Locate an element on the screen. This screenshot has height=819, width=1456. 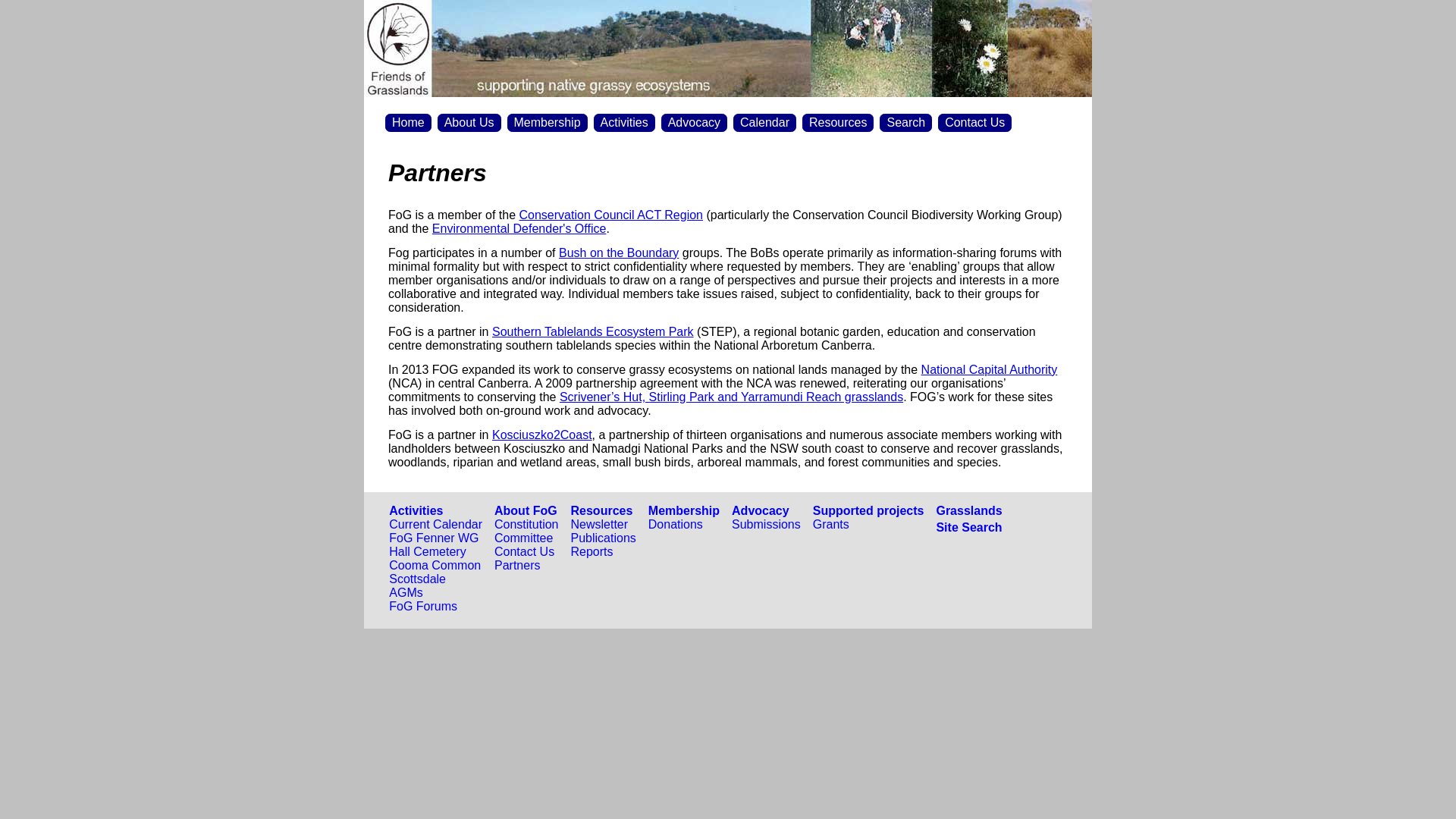
'Contact Us' is located at coordinates (974, 122).